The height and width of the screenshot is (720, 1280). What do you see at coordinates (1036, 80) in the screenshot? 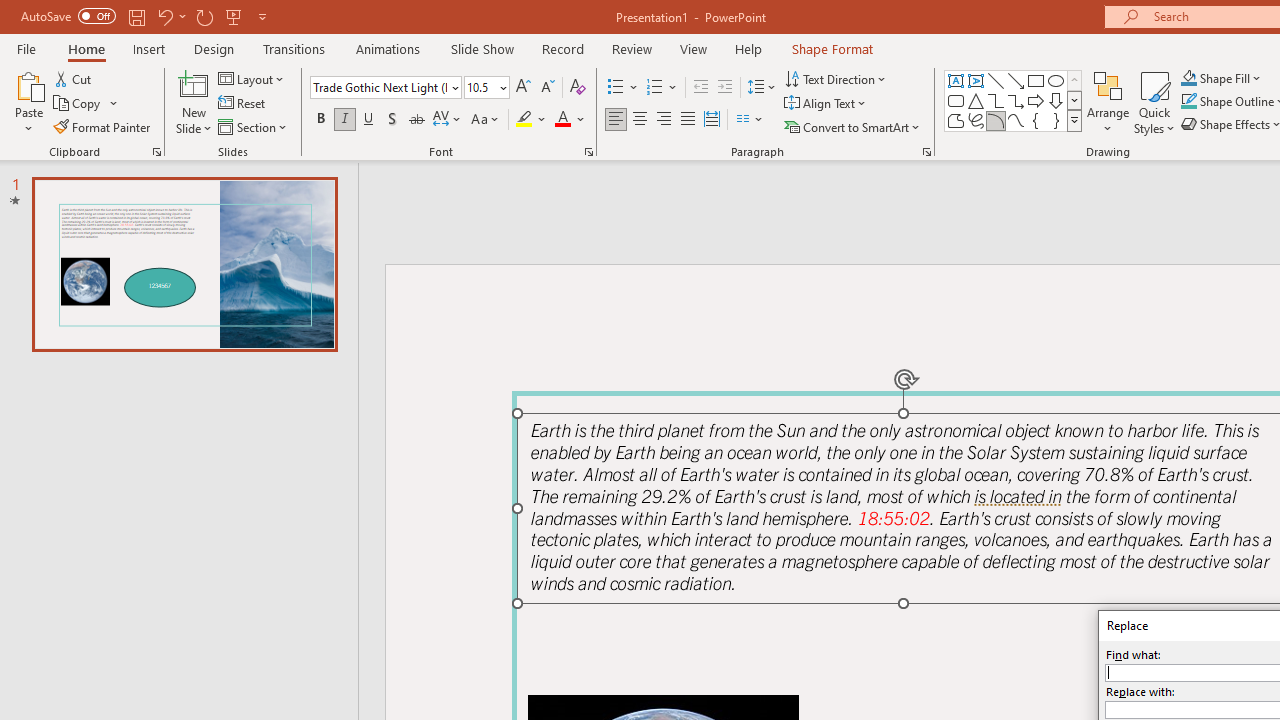
I see `'Rectangle'` at bounding box center [1036, 80].